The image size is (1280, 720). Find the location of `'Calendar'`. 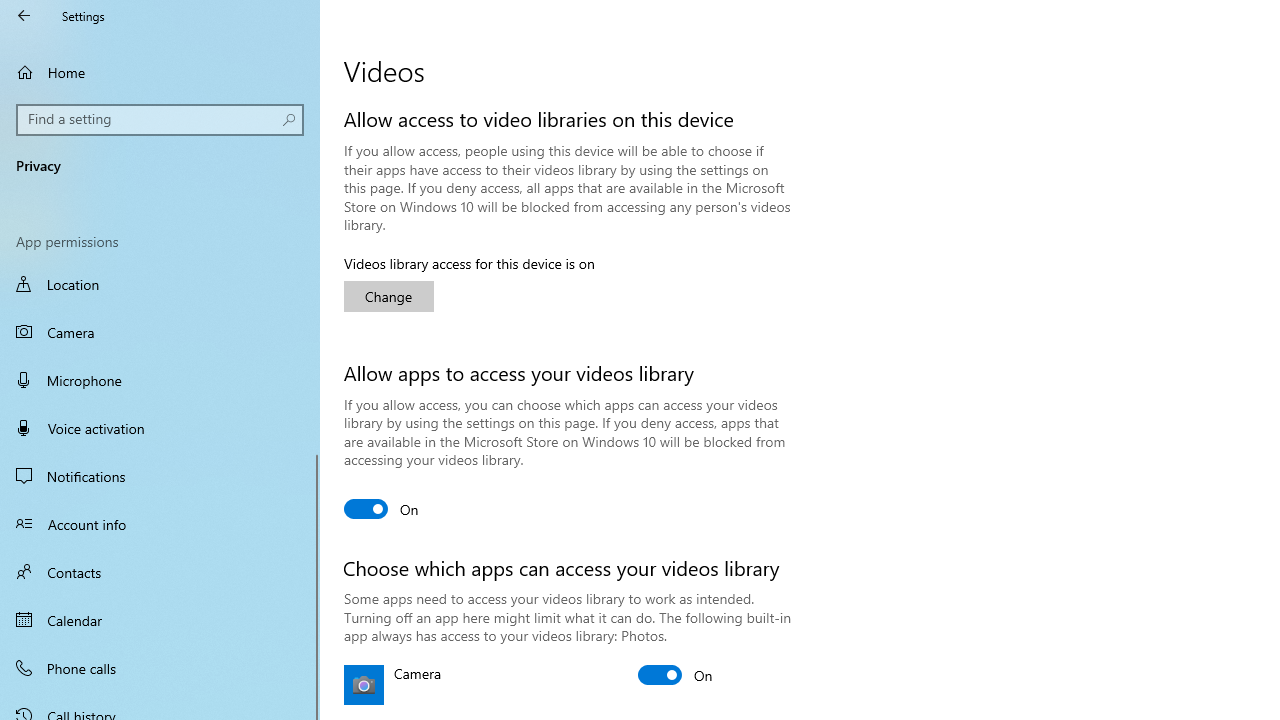

'Calendar' is located at coordinates (160, 618).